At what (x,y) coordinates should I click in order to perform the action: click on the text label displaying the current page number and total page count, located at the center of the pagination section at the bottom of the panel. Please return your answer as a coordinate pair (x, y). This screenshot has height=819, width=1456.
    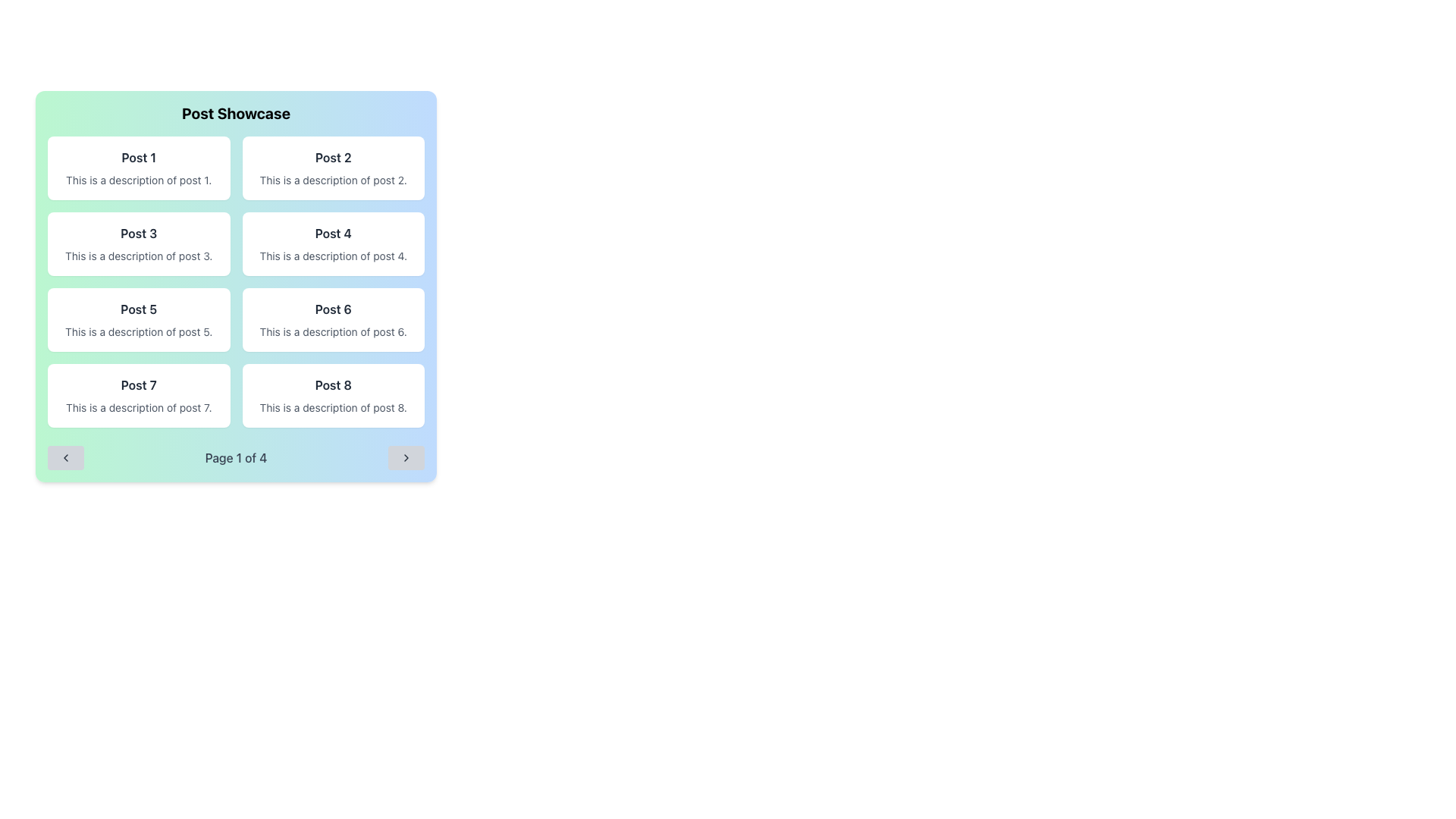
    Looking at the image, I should click on (235, 457).